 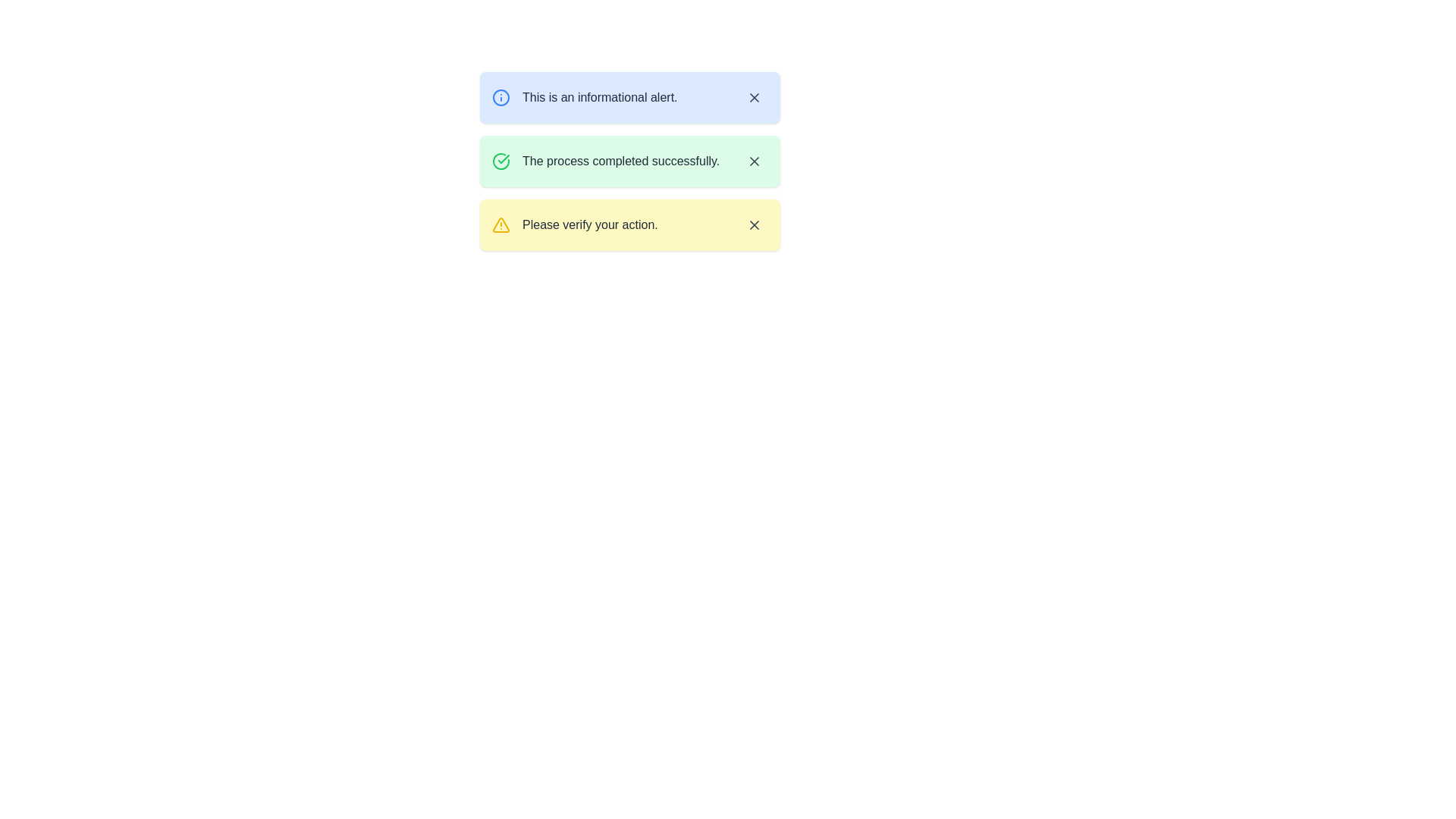 What do you see at coordinates (754, 225) in the screenshot?
I see `the small 'X' icon on the right end of the yellow warning banner that contains the text 'Please verify your action.'` at bounding box center [754, 225].